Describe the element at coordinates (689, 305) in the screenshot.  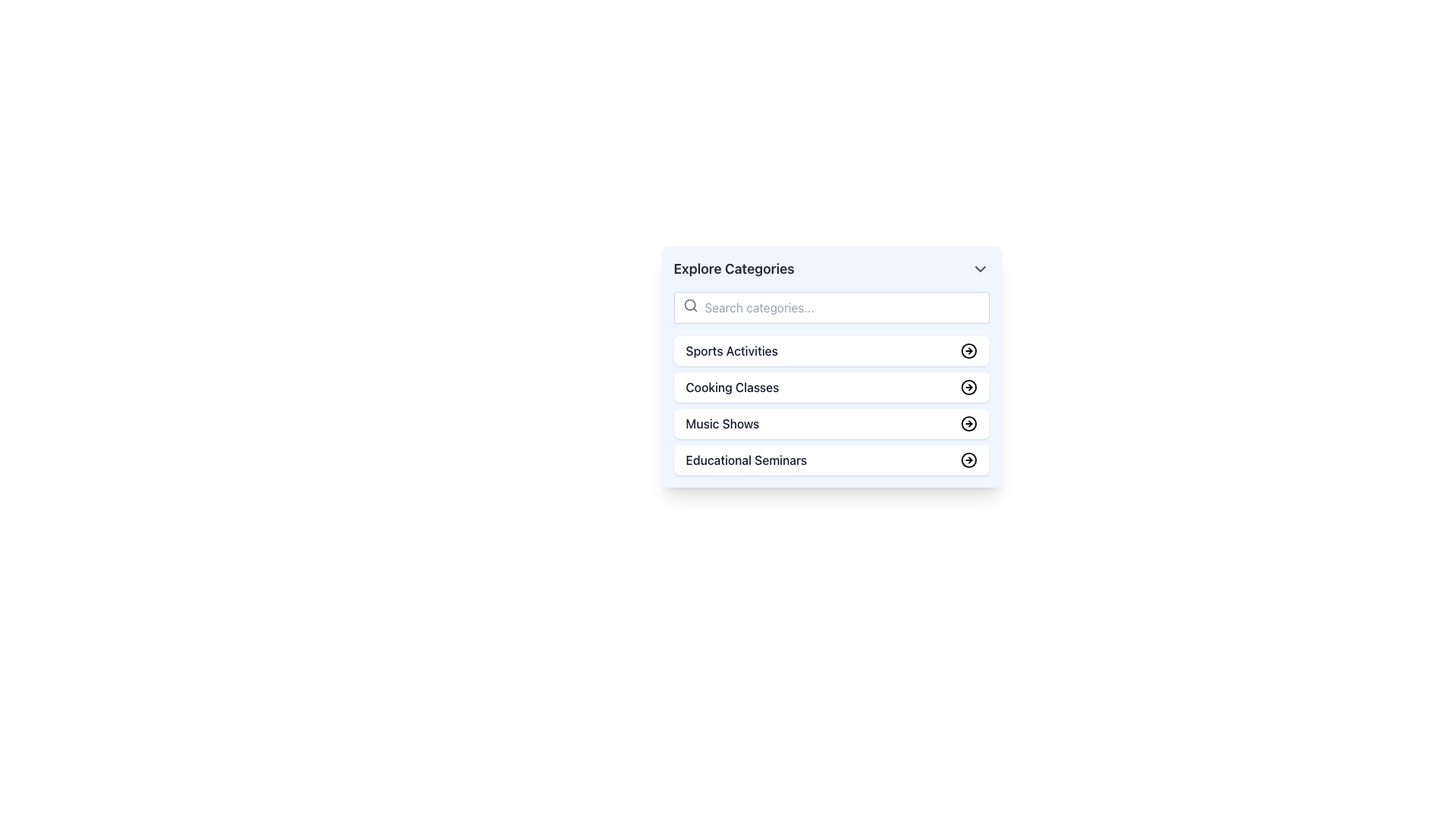
I see `the circular search icon located at the left side of the search bar component, which visually indicates the search functionality` at that location.